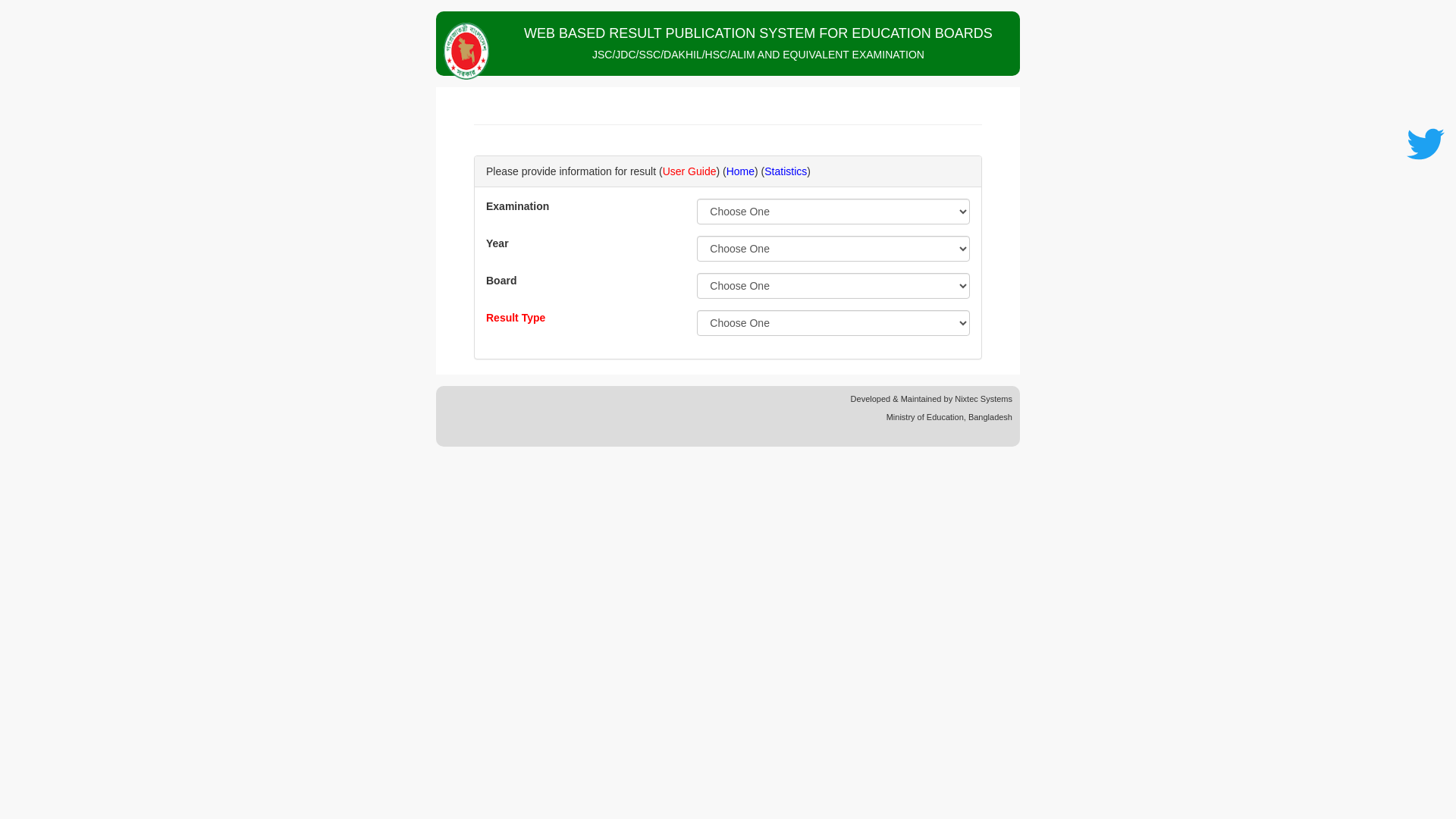 The height and width of the screenshot is (819, 1456). I want to click on 'Home', so click(726, 171).